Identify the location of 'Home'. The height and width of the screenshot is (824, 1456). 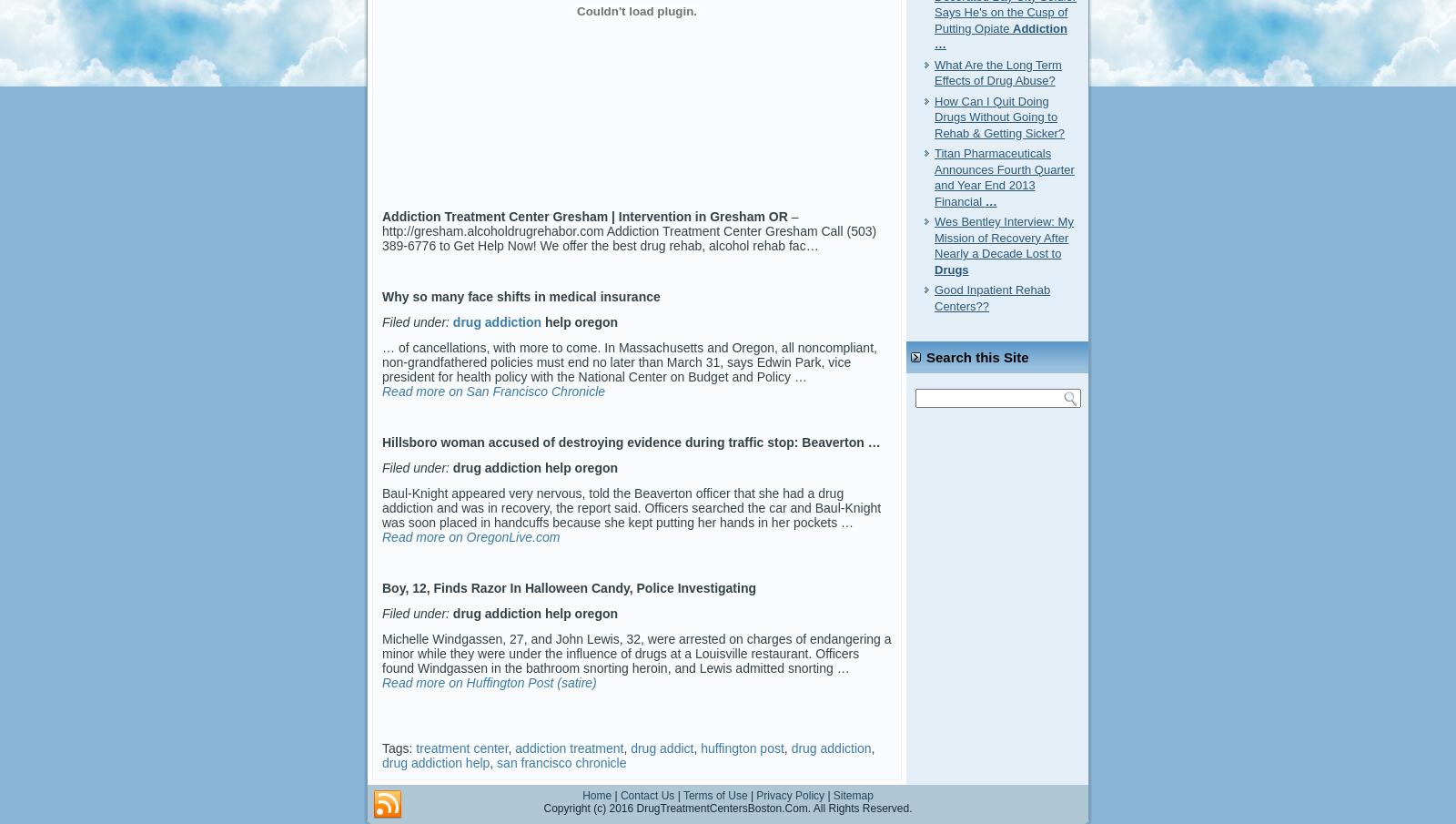
(582, 795).